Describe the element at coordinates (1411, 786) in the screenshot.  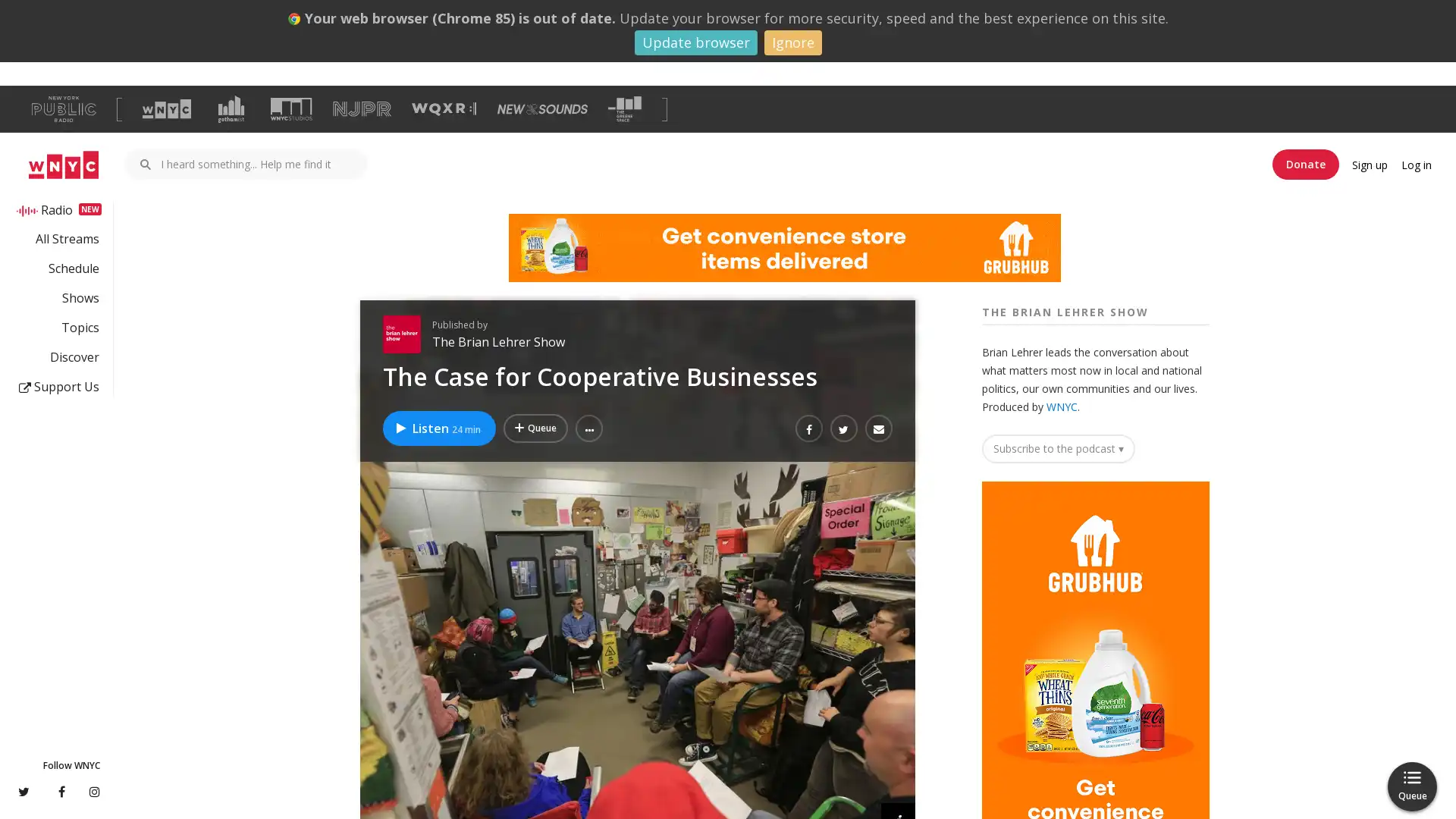
I see `Queue` at that location.